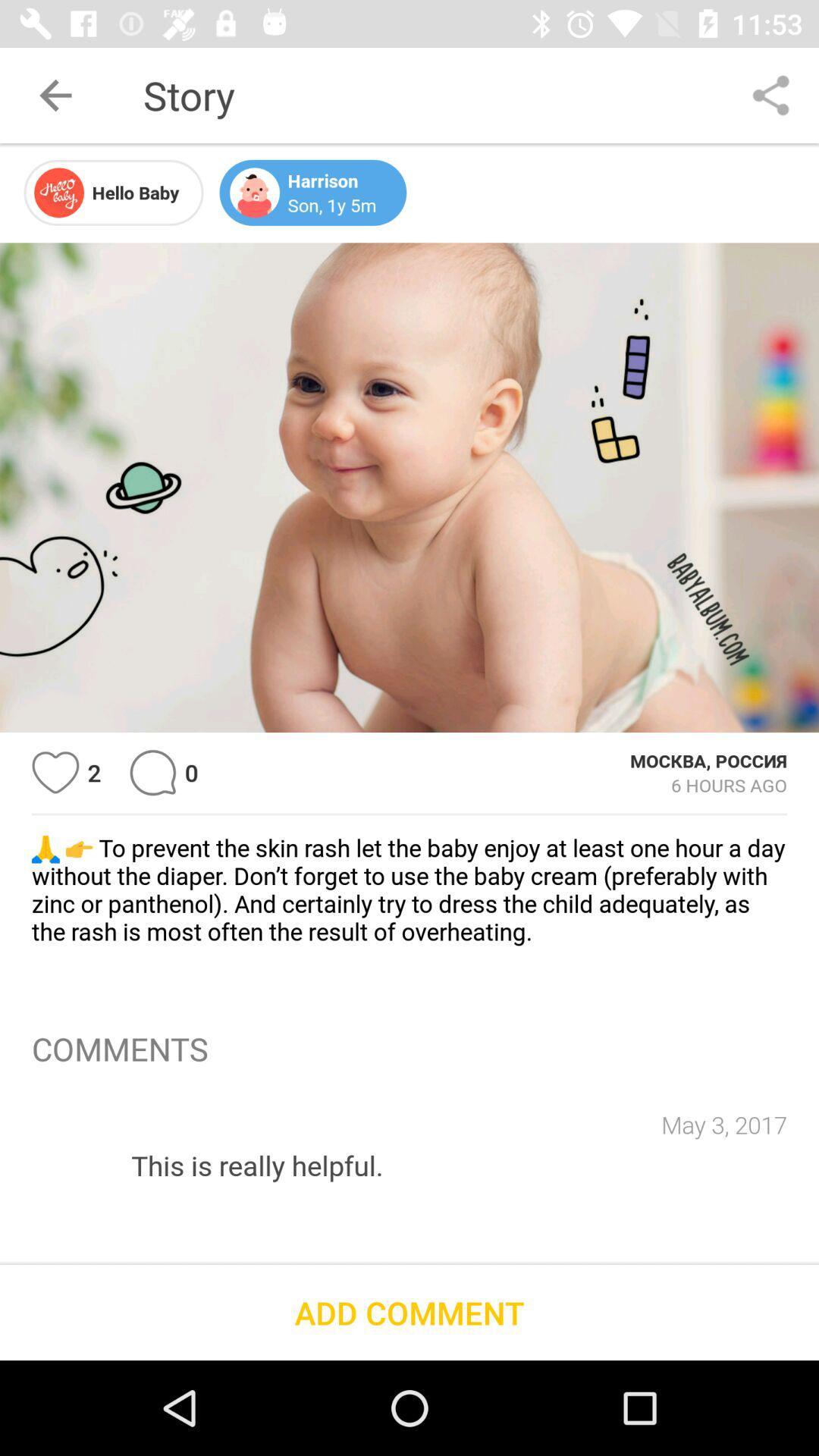  What do you see at coordinates (771, 94) in the screenshot?
I see `share icon on top right side of the page` at bounding box center [771, 94].